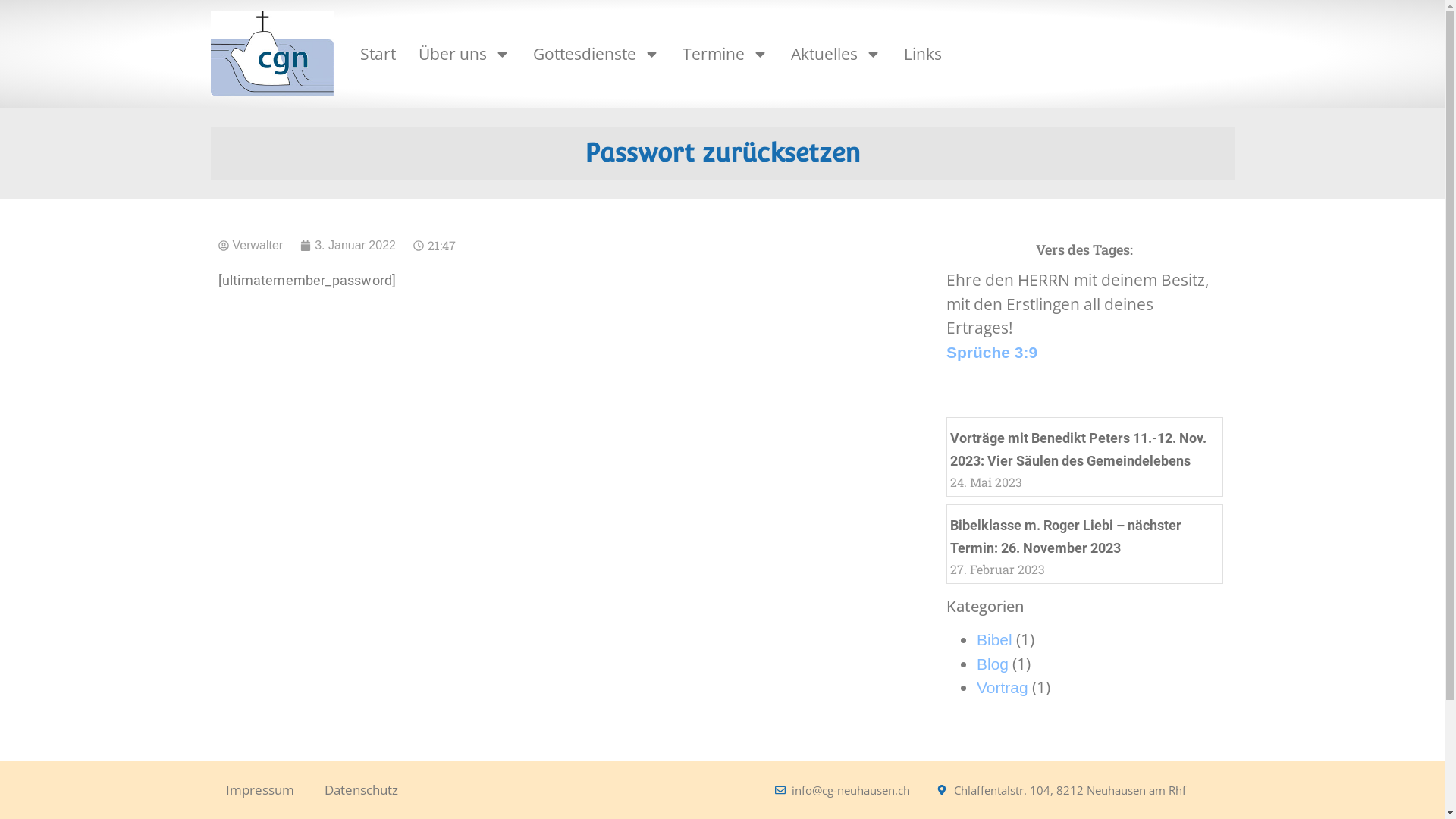 The height and width of the screenshot is (819, 1456). I want to click on 'Verwalter', so click(251, 245).